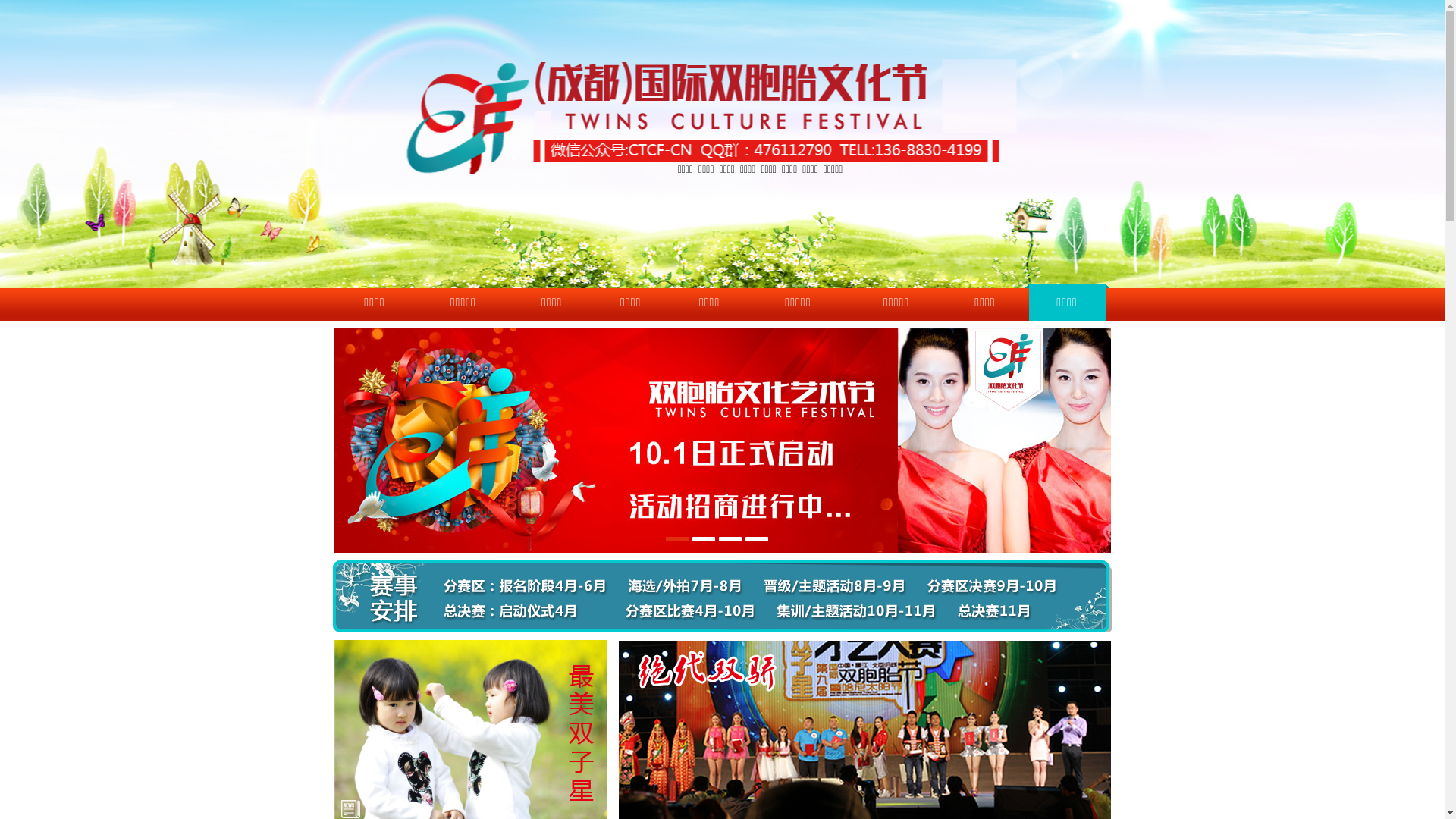 The width and height of the screenshot is (1456, 819). What do you see at coordinates (757, 538) in the screenshot?
I see `'4'` at bounding box center [757, 538].